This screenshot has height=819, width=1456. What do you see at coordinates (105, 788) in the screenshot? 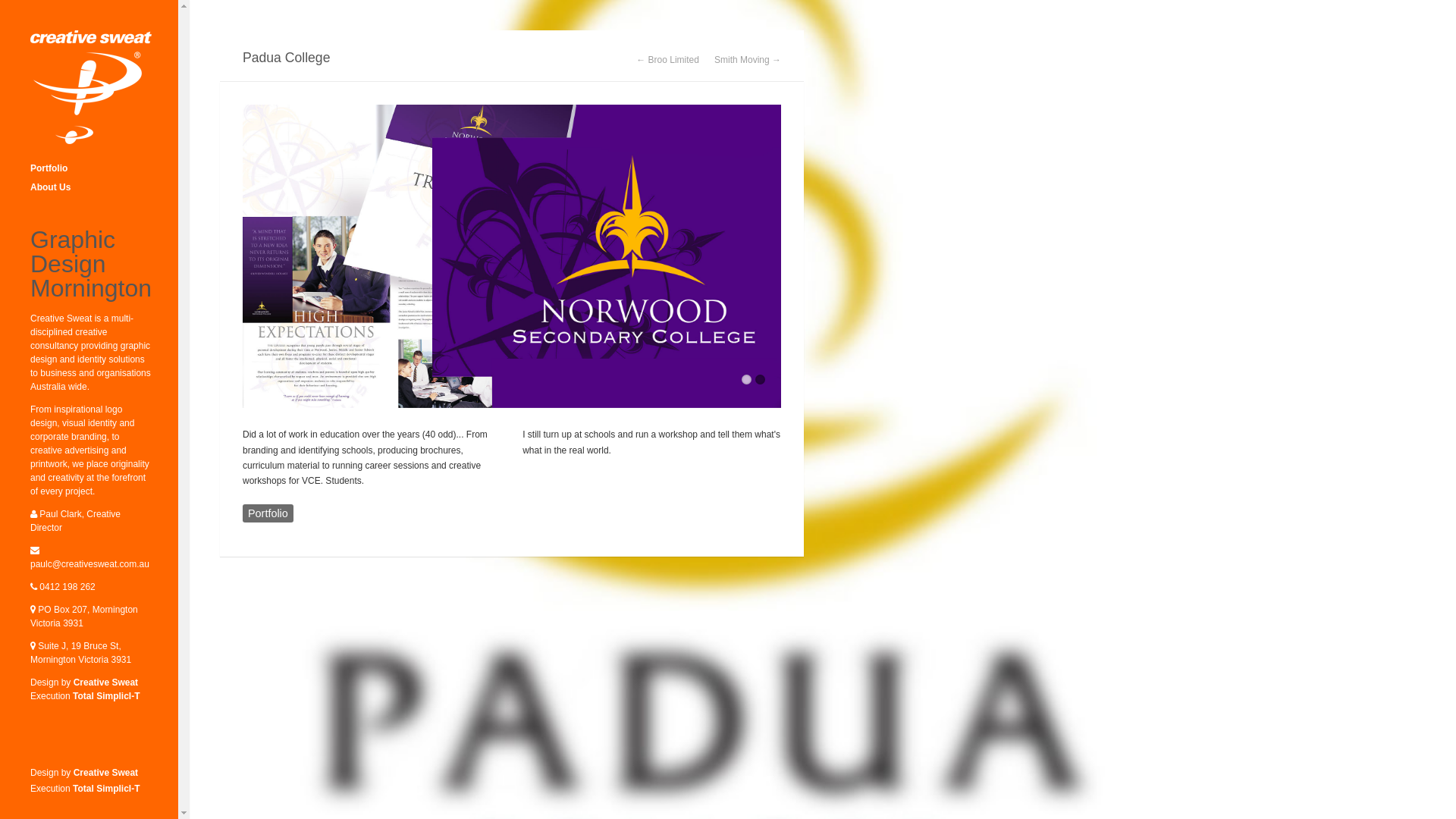
I see `'Total SimplicI-T'` at bounding box center [105, 788].